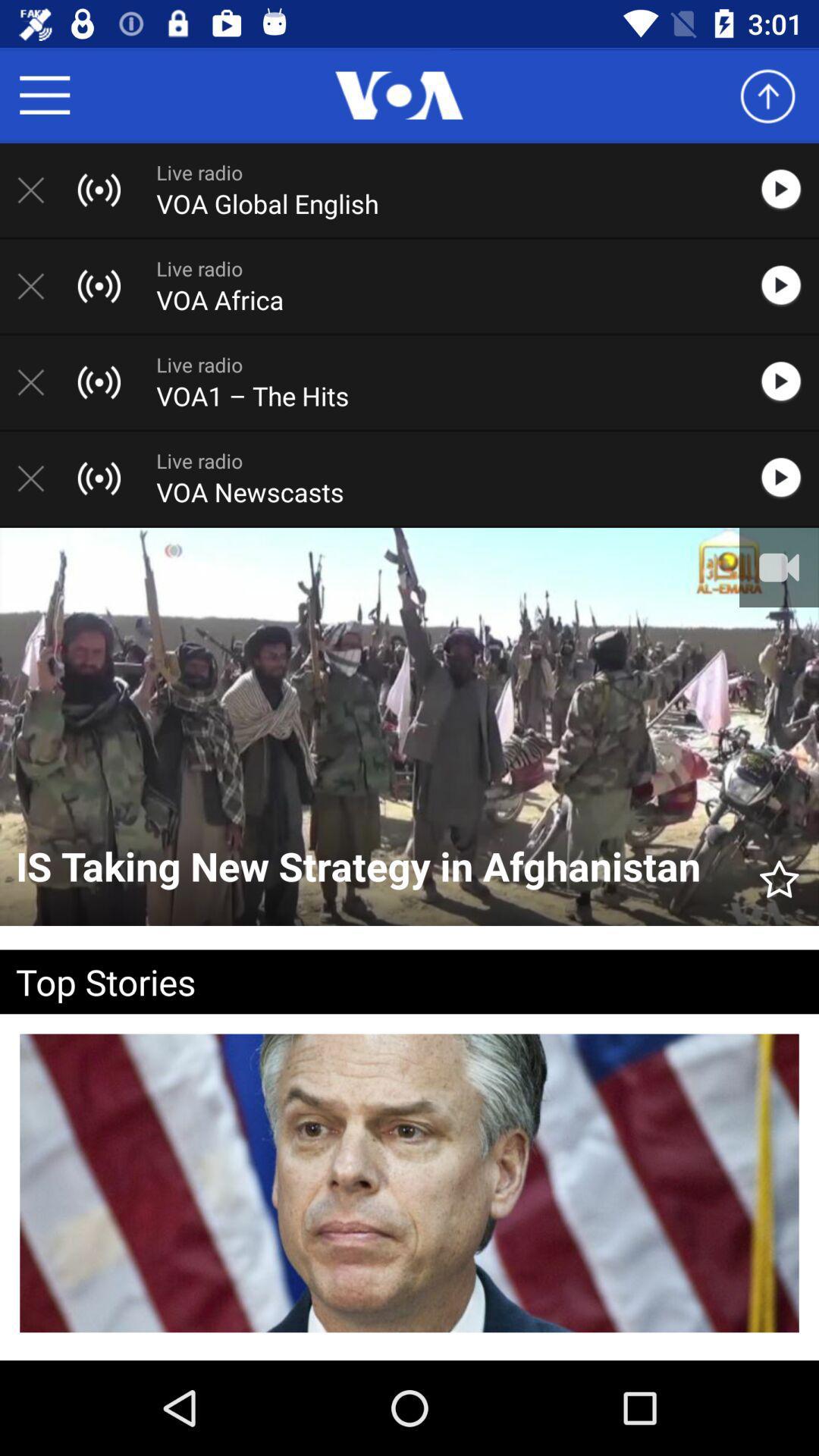 The image size is (819, 1456). What do you see at coordinates (788, 382) in the screenshot?
I see `the play icon` at bounding box center [788, 382].